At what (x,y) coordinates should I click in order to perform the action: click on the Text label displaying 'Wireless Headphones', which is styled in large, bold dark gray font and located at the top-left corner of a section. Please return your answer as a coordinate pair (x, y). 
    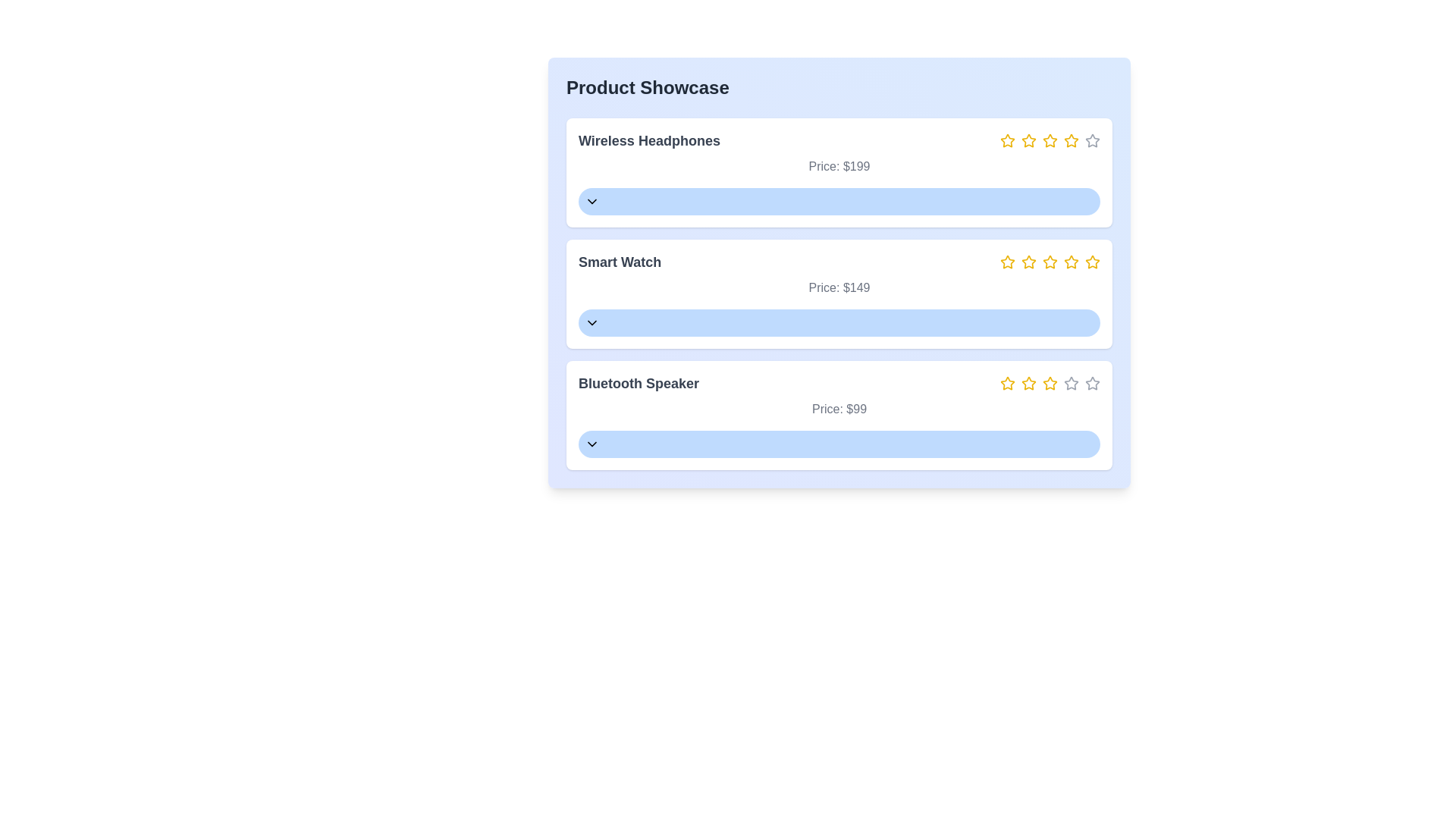
    Looking at the image, I should click on (649, 140).